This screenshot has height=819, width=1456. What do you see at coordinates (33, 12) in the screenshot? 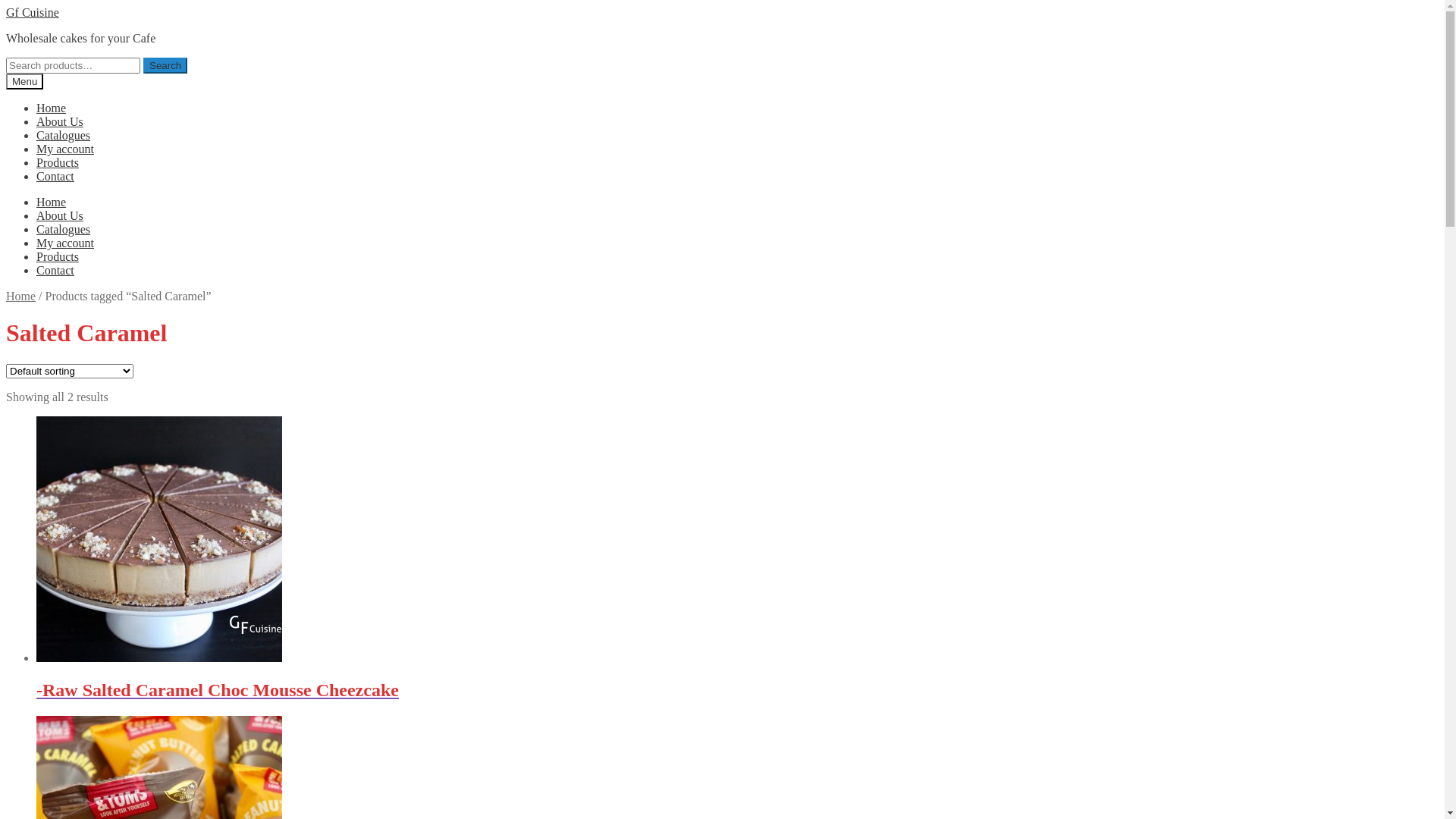
I see `'Gf Cuisine'` at bounding box center [33, 12].